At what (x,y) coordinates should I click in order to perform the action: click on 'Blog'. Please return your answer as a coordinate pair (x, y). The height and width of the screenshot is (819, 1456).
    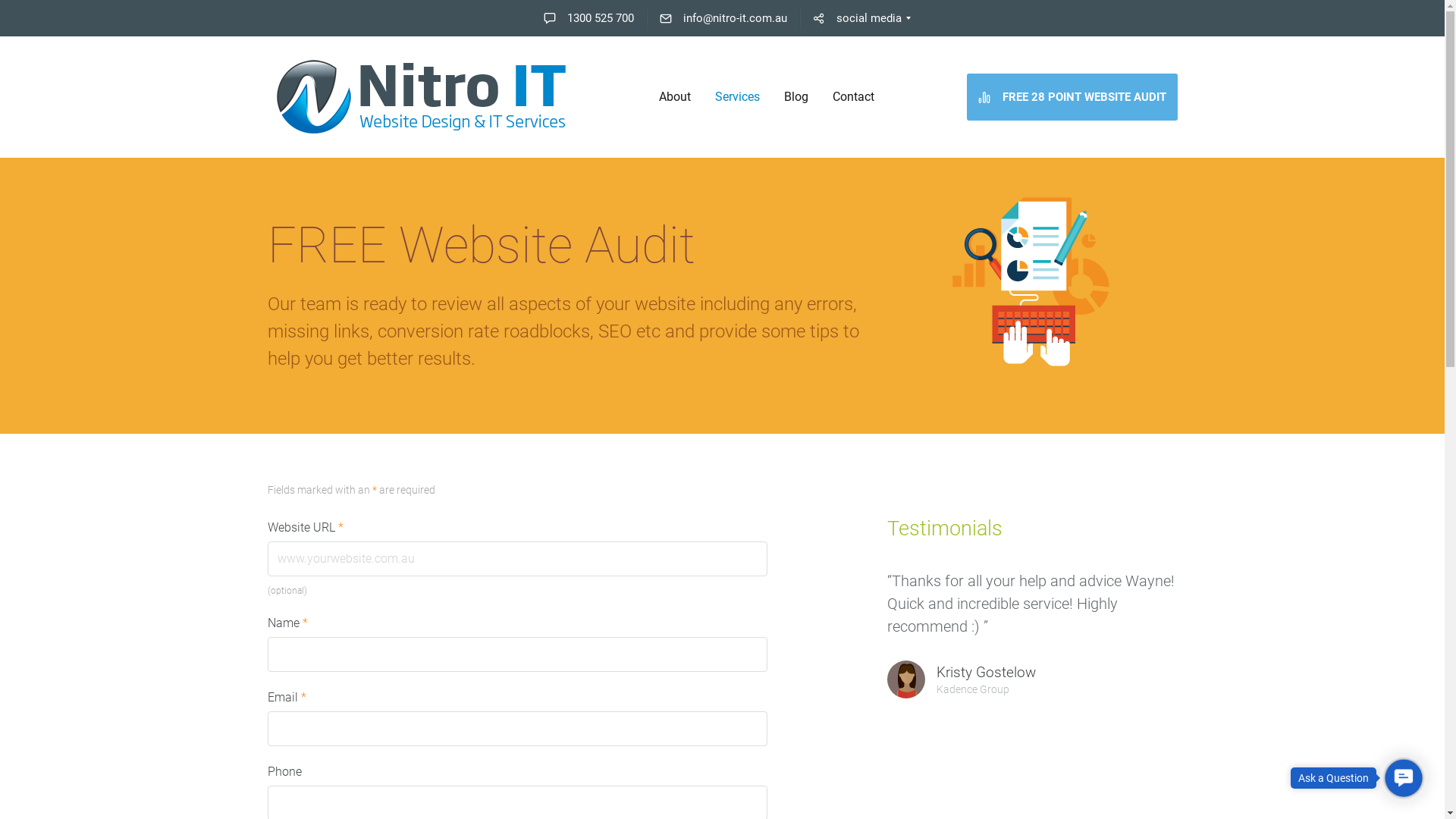
    Looking at the image, I should click on (795, 96).